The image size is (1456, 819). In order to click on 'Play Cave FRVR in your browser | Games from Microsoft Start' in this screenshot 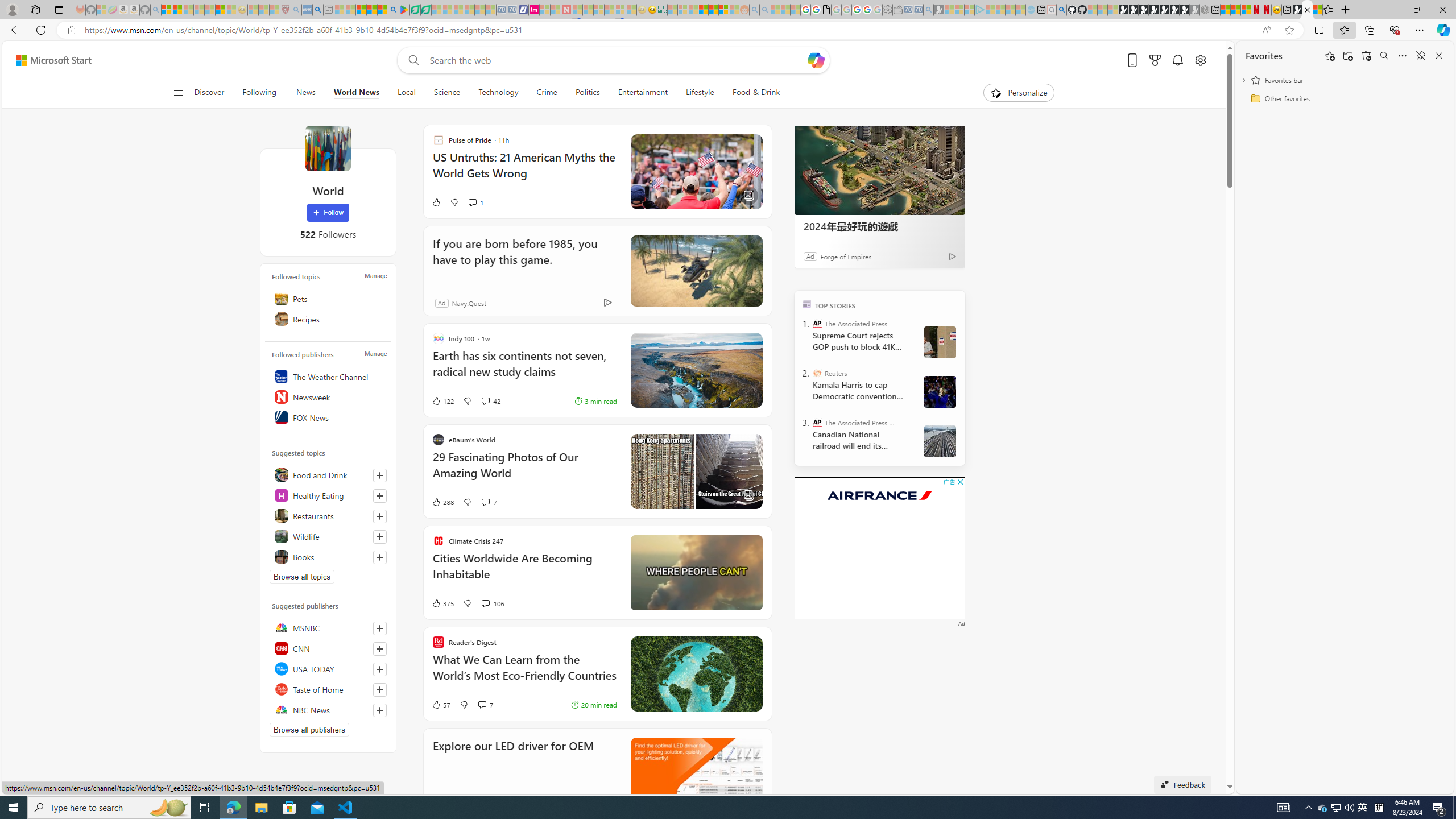, I will do `click(1143, 9)`.